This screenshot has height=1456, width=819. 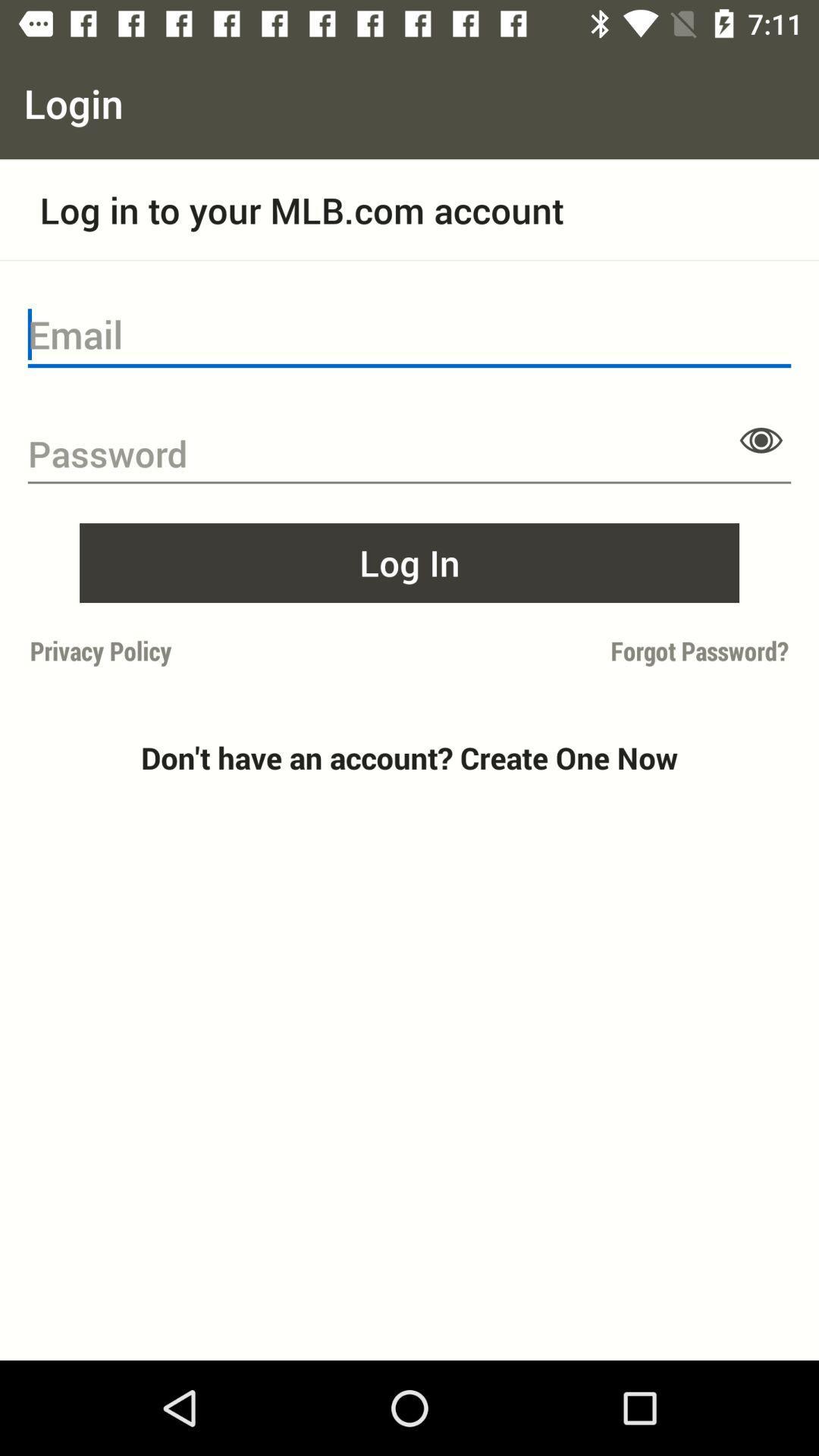 What do you see at coordinates (215, 651) in the screenshot?
I see `item to the left of forgot password?` at bounding box center [215, 651].